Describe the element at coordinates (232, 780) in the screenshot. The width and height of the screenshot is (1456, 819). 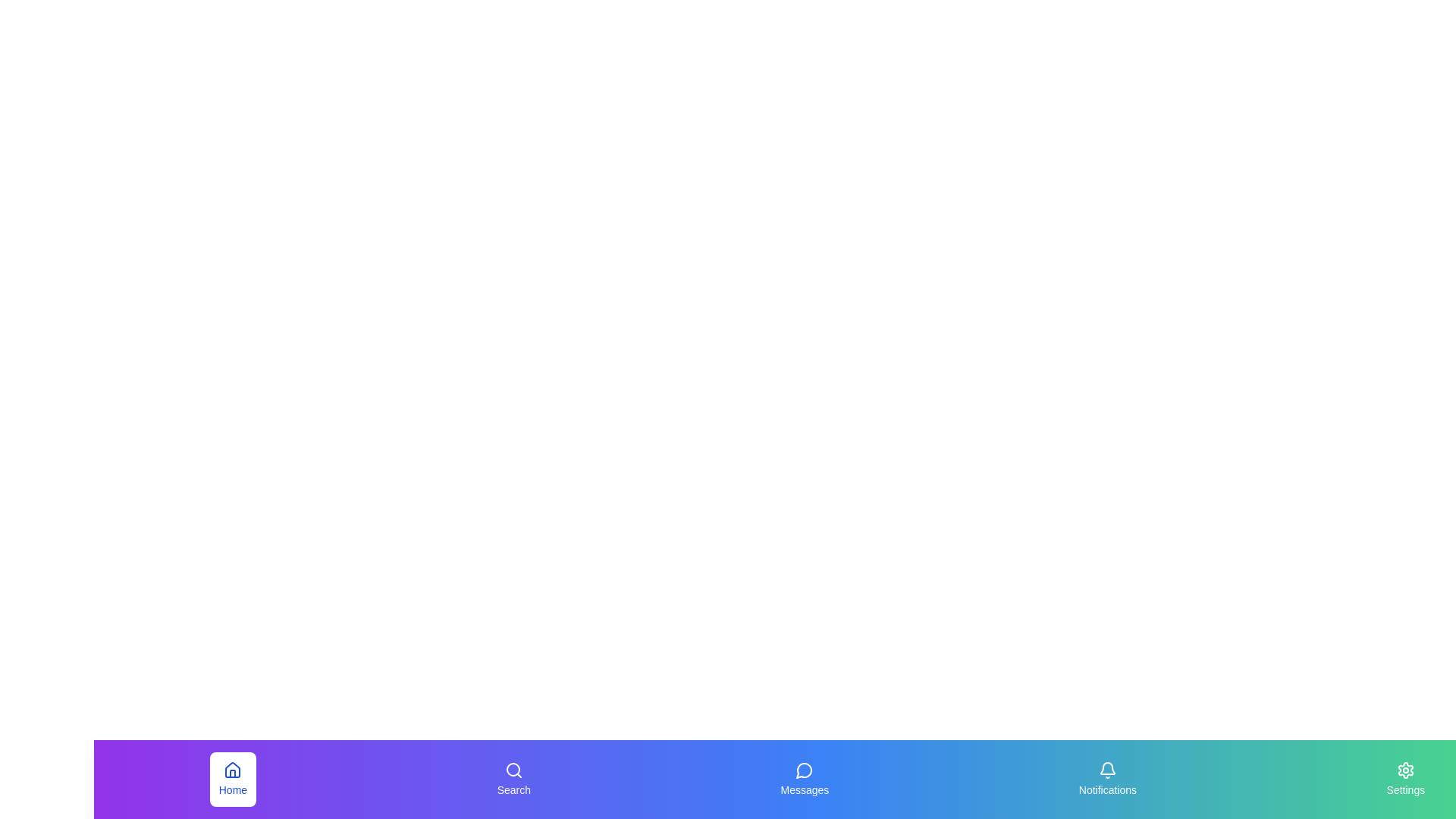
I see `the navigation icon labeled 'Home'` at that location.